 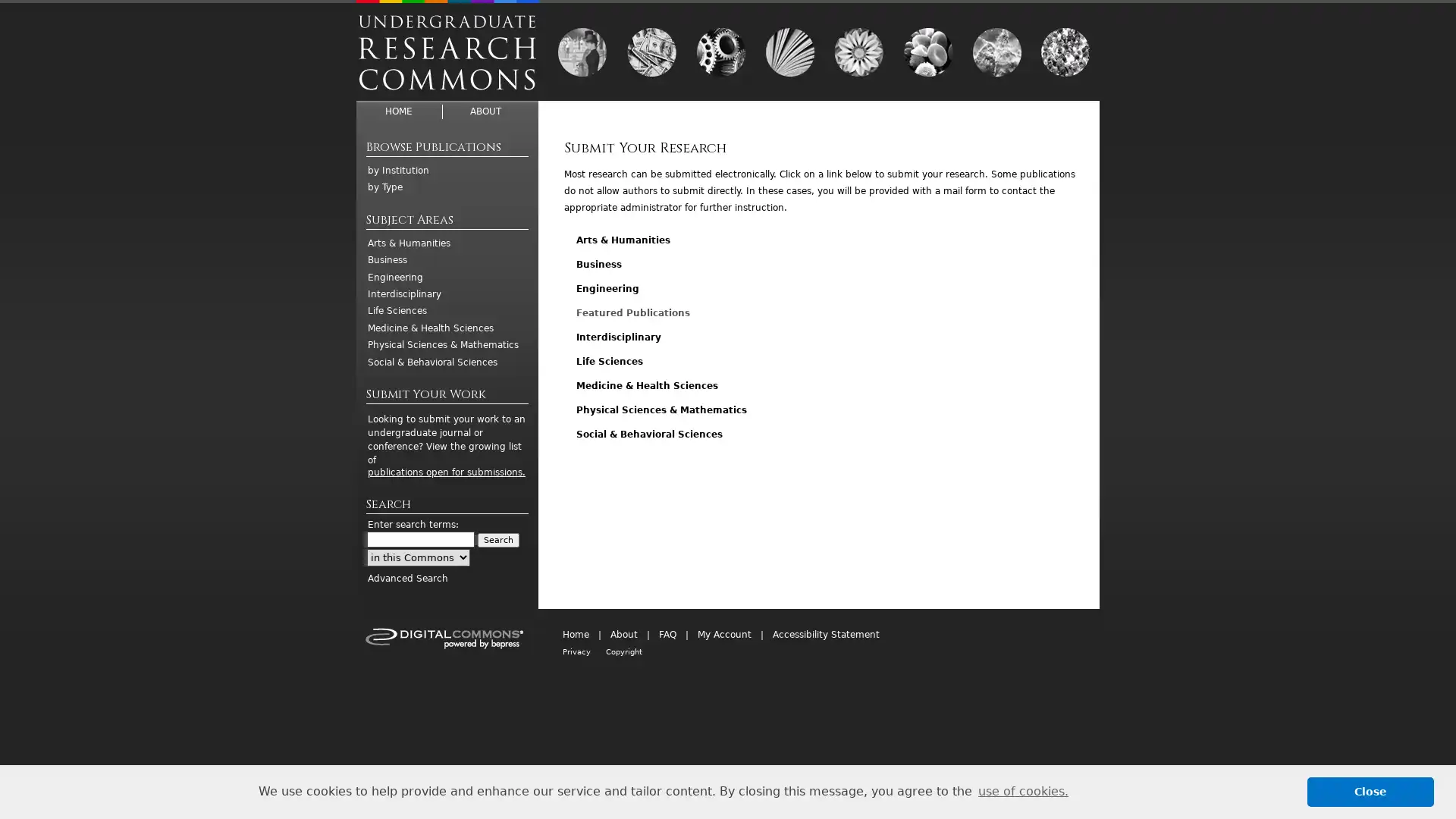 I want to click on dismiss cookie message, so click(x=1370, y=791).